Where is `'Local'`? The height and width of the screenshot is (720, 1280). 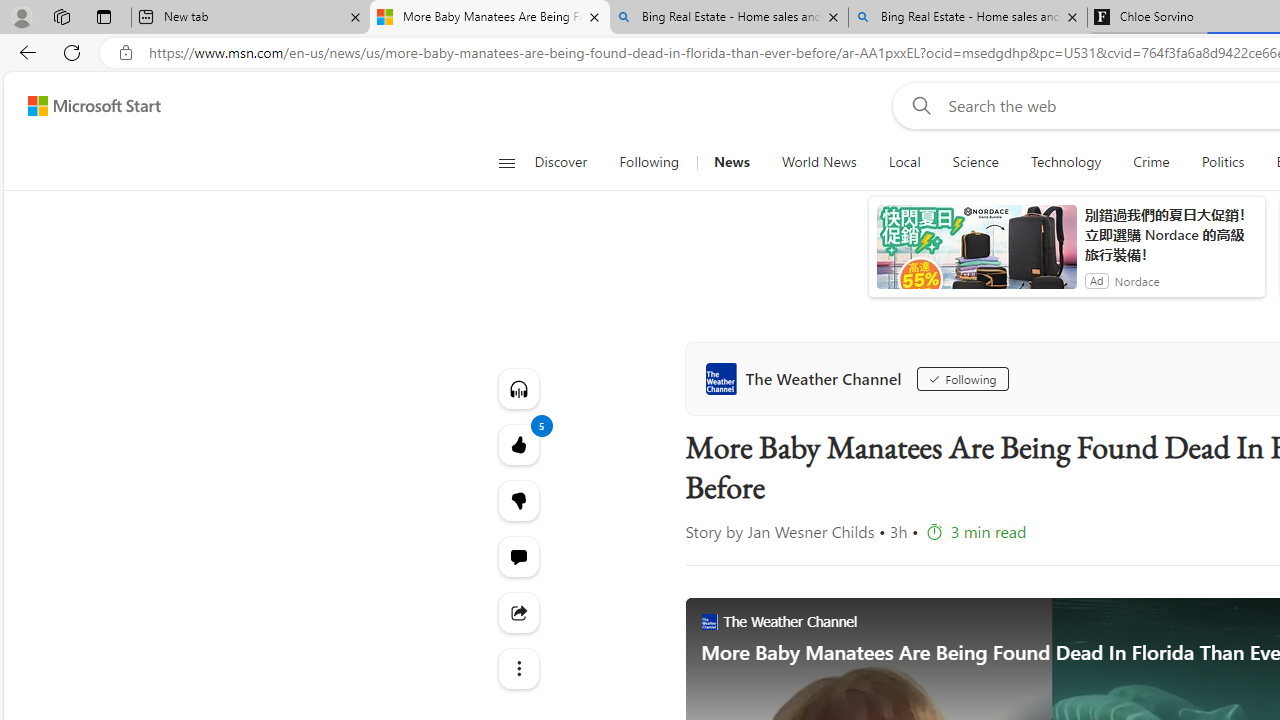
'Local' is located at coordinates (903, 162).